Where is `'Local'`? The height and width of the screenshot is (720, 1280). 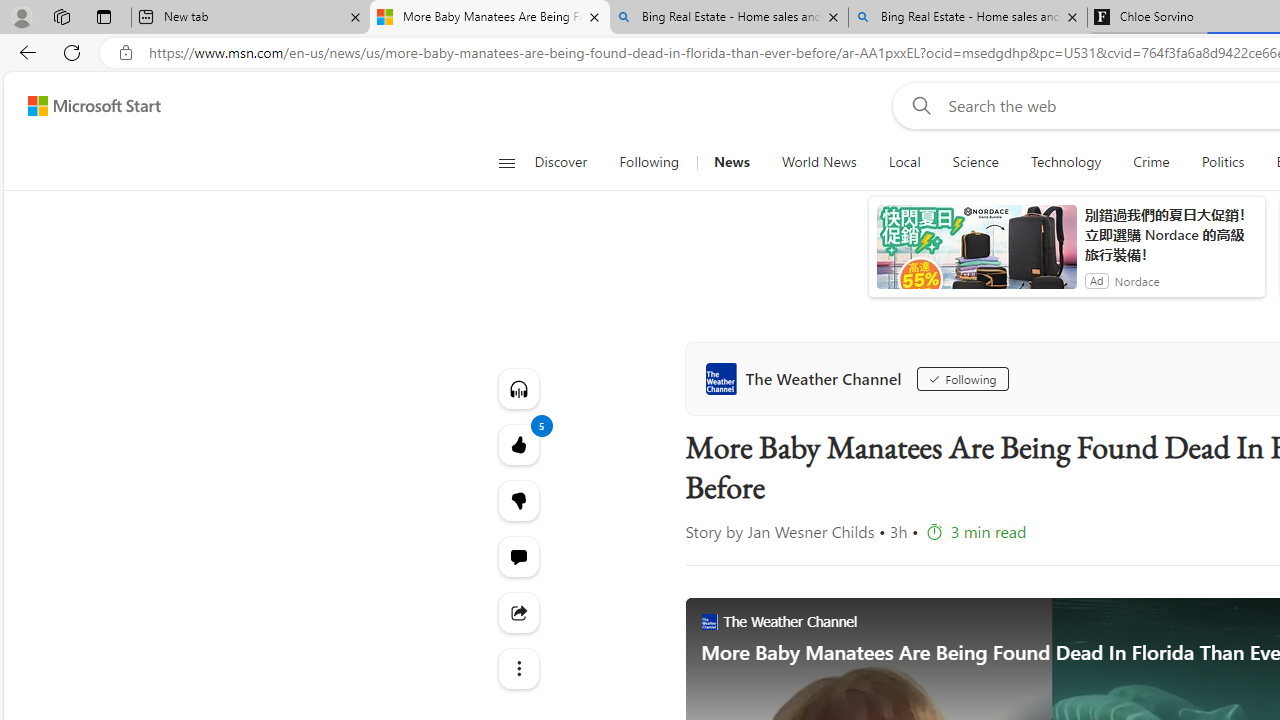
'Local' is located at coordinates (903, 162).